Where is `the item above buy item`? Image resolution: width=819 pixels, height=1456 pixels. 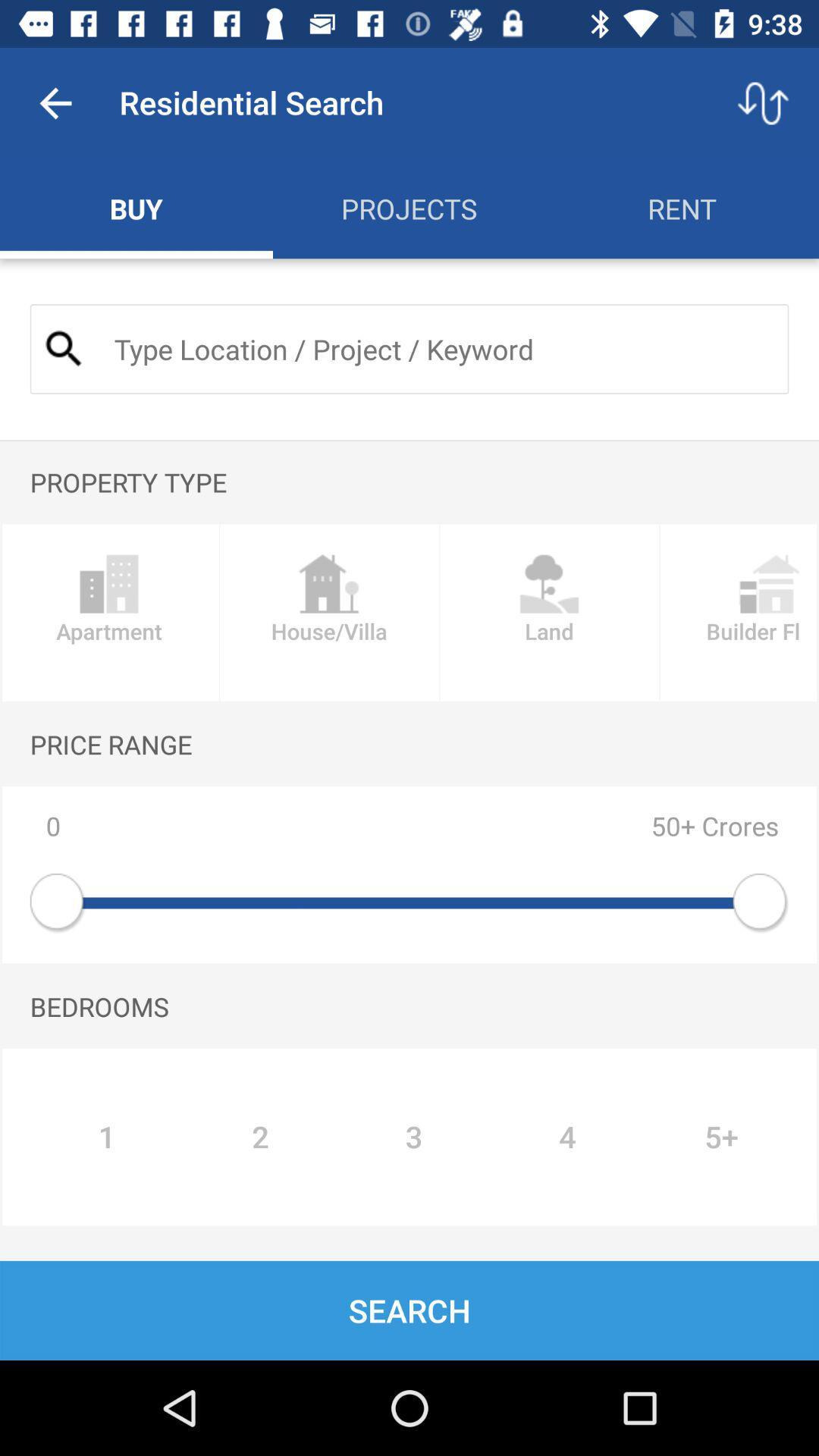 the item above buy item is located at coordinates (55, 102).